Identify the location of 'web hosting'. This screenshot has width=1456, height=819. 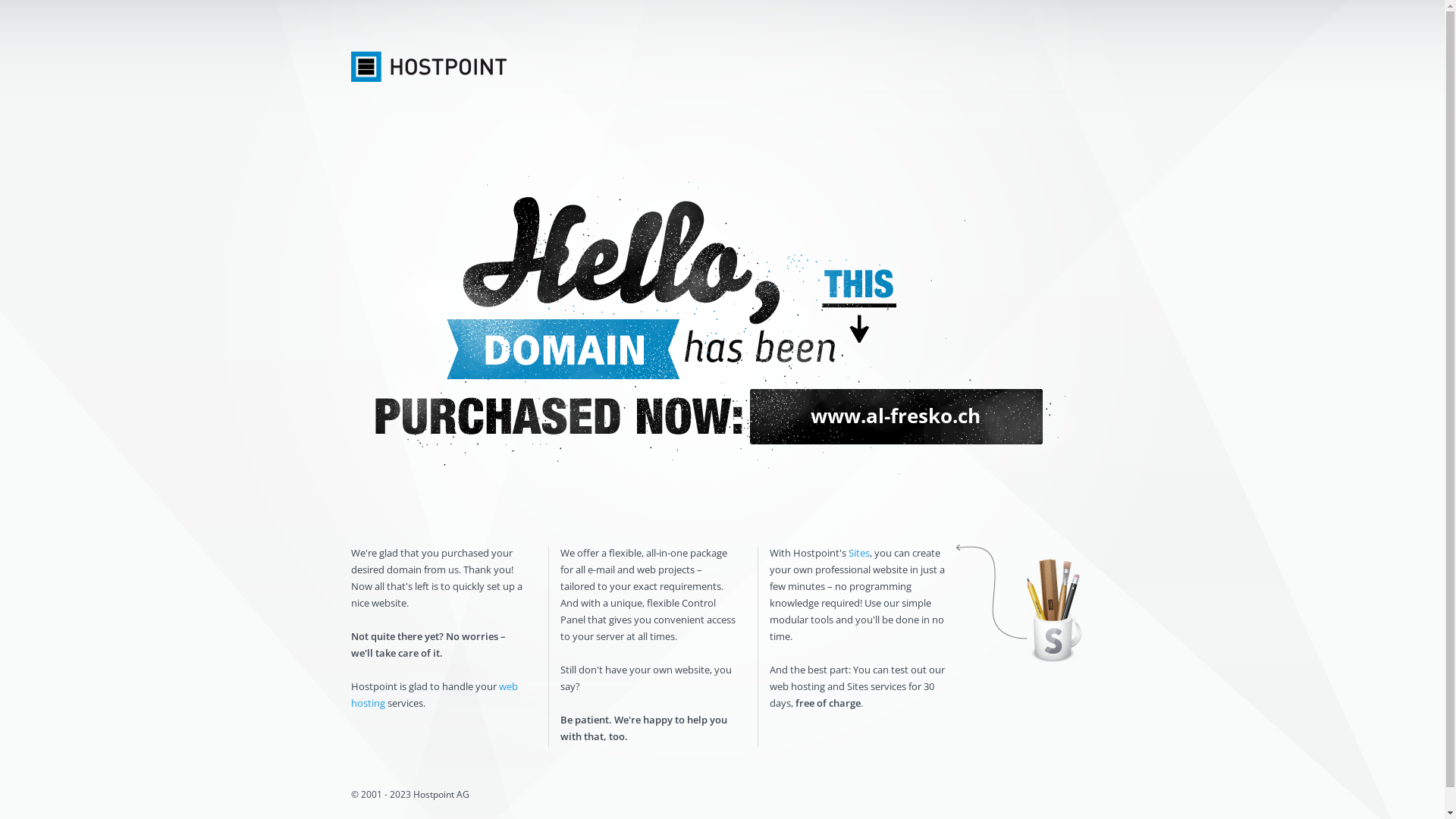
(432, 694).